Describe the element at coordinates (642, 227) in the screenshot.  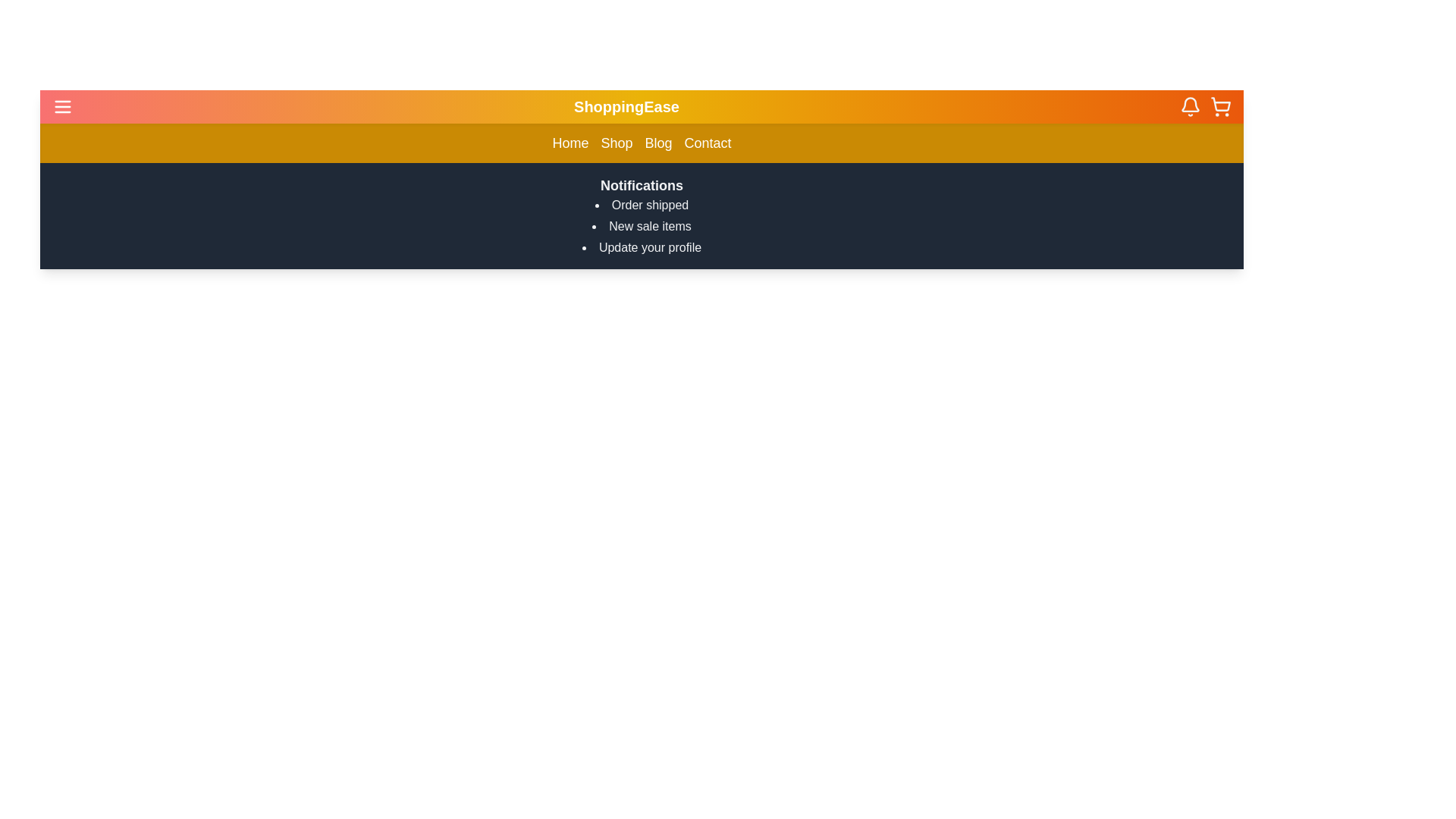
I see `the text label displaying 'New sale items' which is the second item in the Notifications list, located below 'Order shipped' and above 'Update your profile'` at that location.